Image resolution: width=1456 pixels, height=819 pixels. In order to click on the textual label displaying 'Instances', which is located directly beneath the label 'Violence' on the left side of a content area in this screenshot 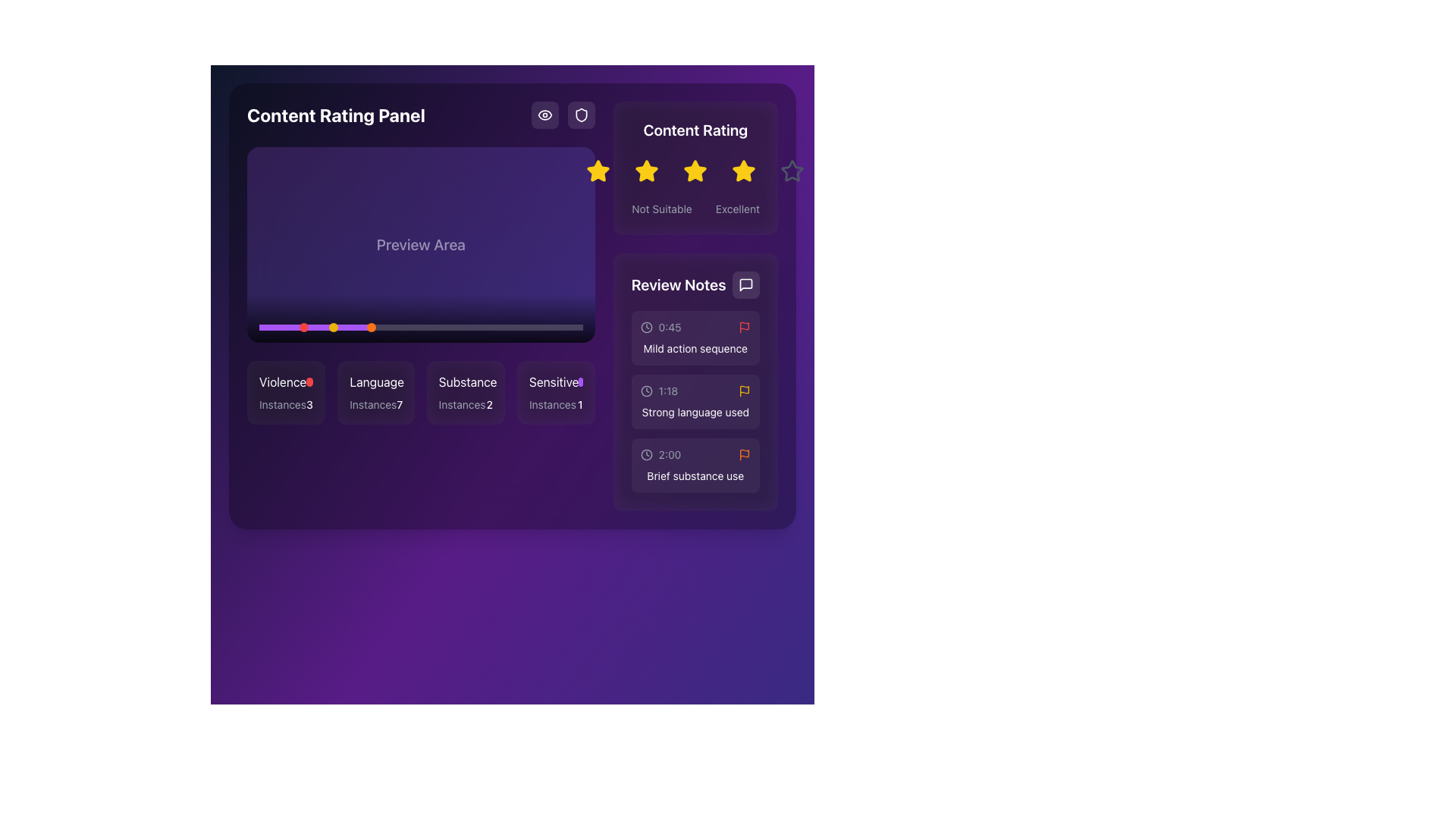, I will do `click(283, 403)`.